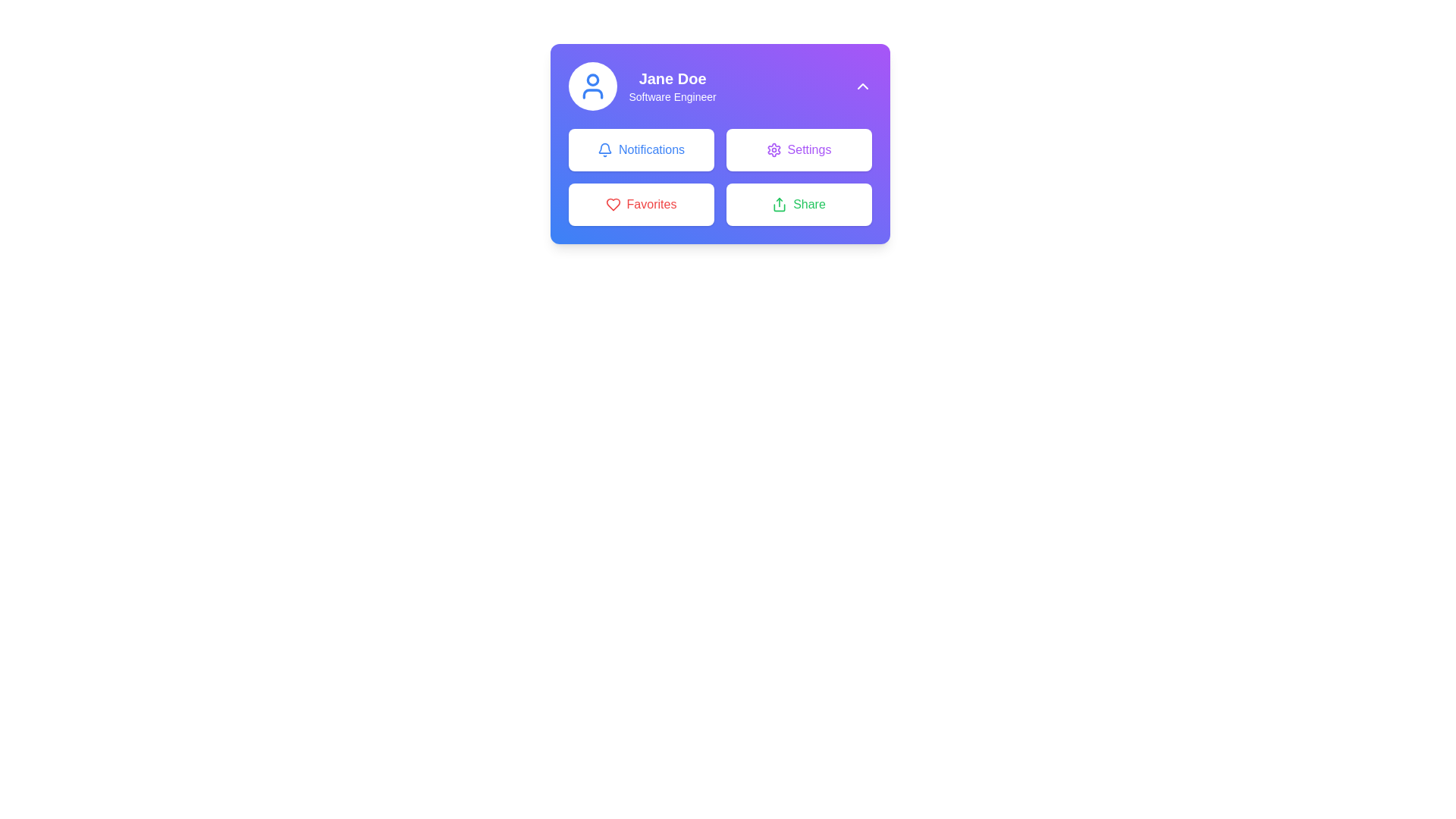 The image size is (1456, 819). What do you see at coordinates (604, 149) in the screenshot?
I see `the notification icon located within the 'Notifications' button of the card section, positioned at the top-left of a group of four buttons` at bounding box center [604, 149].